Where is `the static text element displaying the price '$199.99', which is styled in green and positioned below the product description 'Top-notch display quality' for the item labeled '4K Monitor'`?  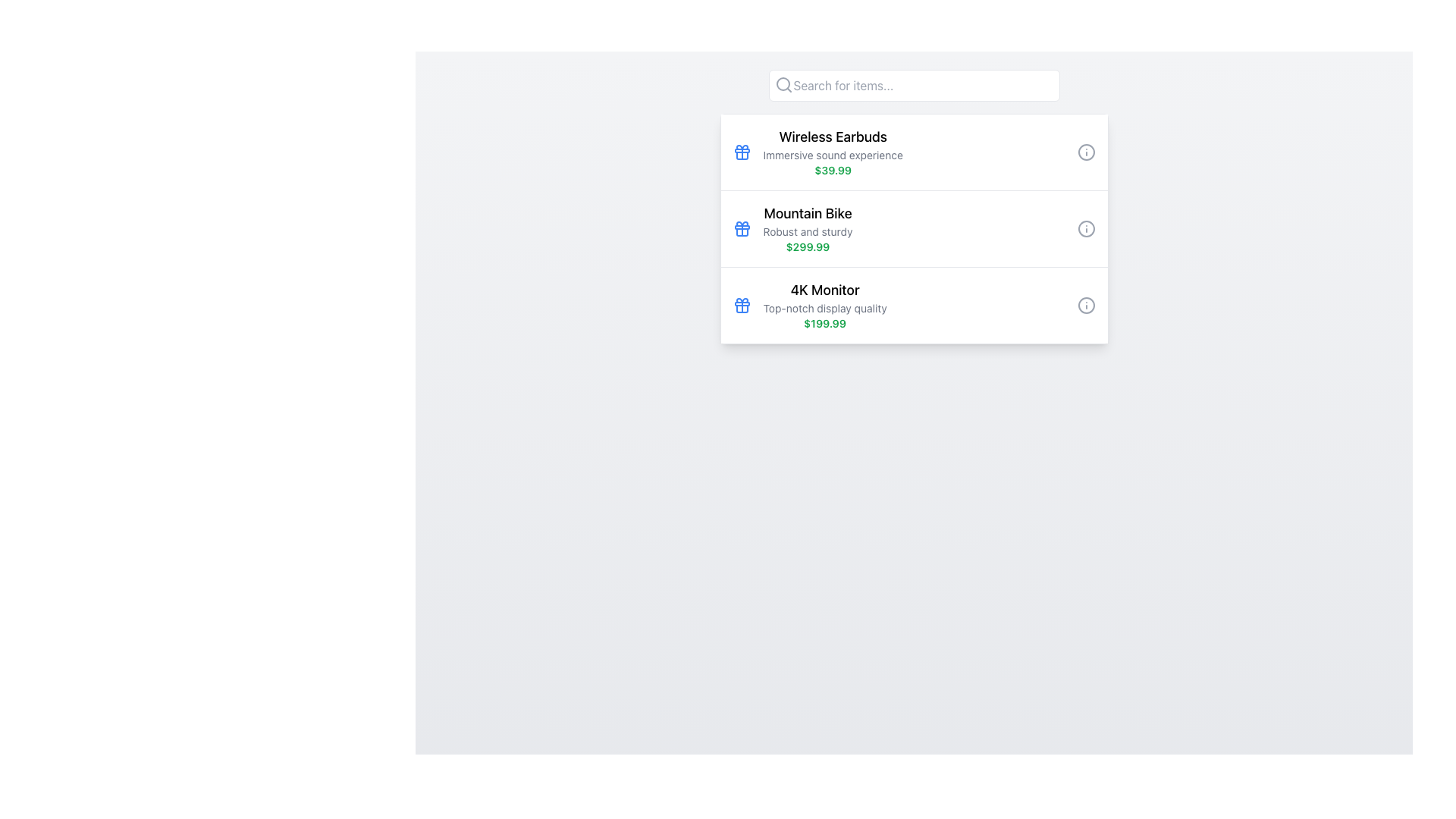
the static text element displaying the price '$199.99', which is styled in green and positioned below the product description 'Top-notch display quality' for the item labeled '4K Monitor' is located at coordinates (824, 323).